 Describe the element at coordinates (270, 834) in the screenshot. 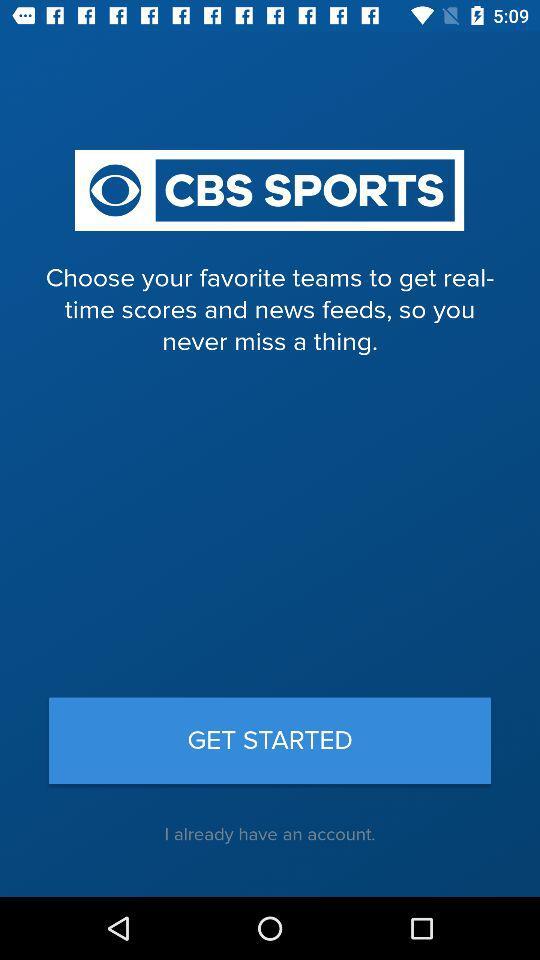

I see `i already have` at that location.